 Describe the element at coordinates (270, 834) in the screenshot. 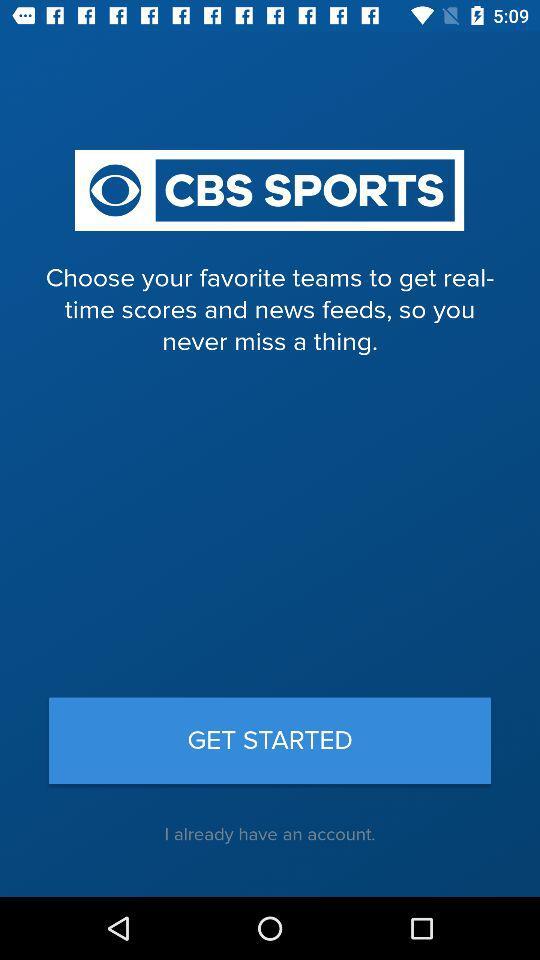

I see `i already have` at that location.